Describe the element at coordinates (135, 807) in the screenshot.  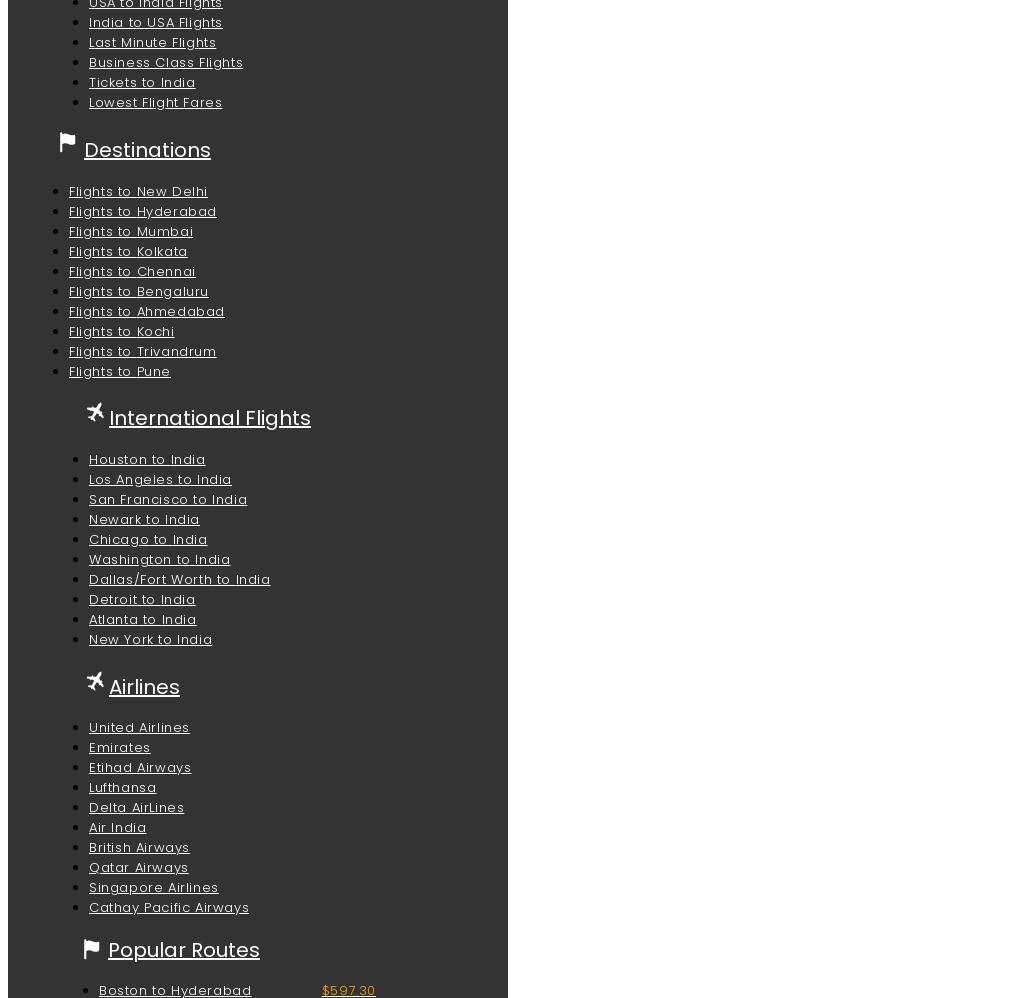
I see `'Delta AirLines'` at that location.